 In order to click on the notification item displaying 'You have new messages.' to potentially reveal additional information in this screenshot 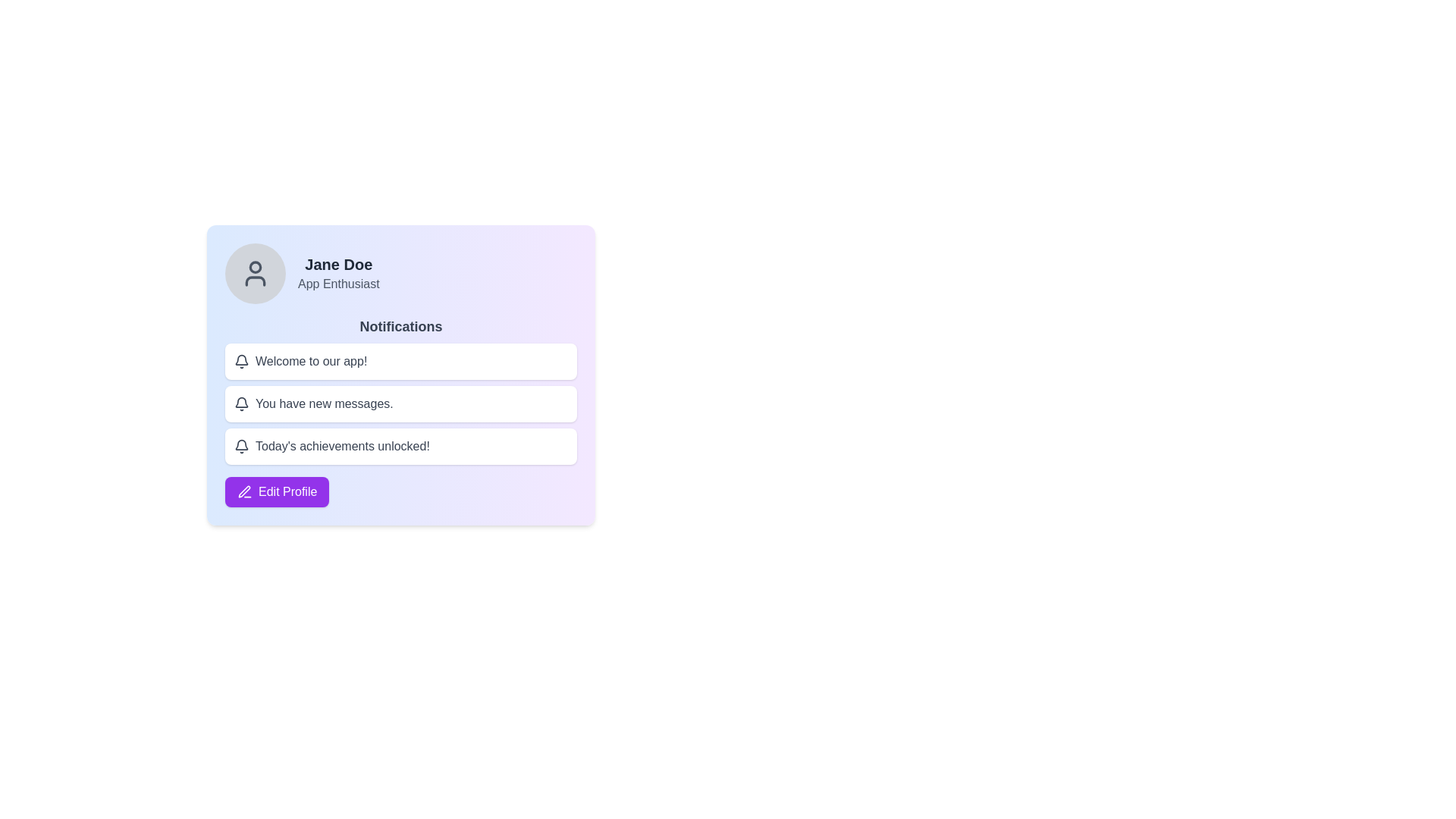, I will do `click(400, 403)`.